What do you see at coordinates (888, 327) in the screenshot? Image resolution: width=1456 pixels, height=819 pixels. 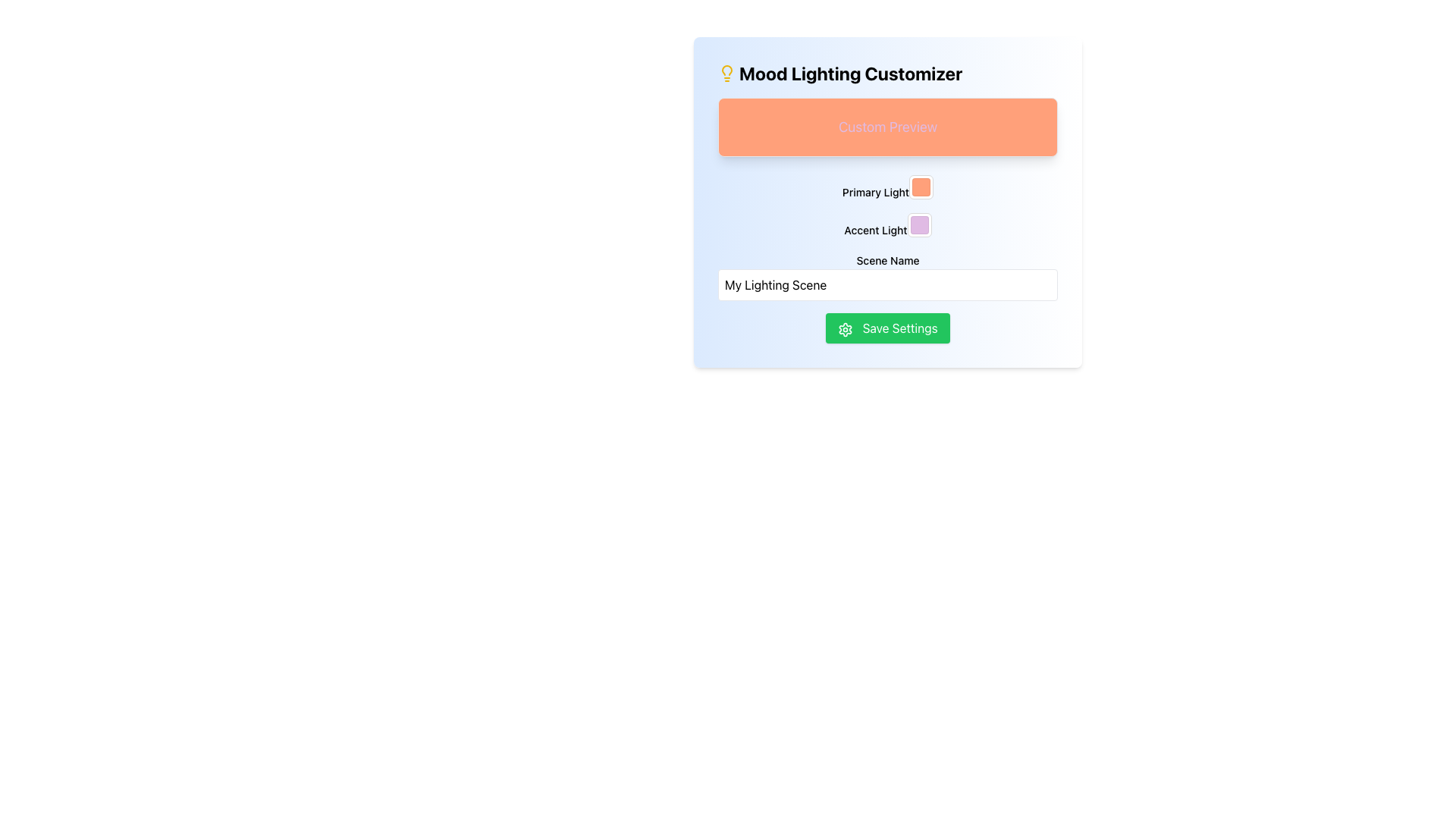 I see `save button located at the bottom center of the card, which is styled with a gradient background and follows the 'Scene Name' text input field, for accessibility features` at bounding box center [888, 327].